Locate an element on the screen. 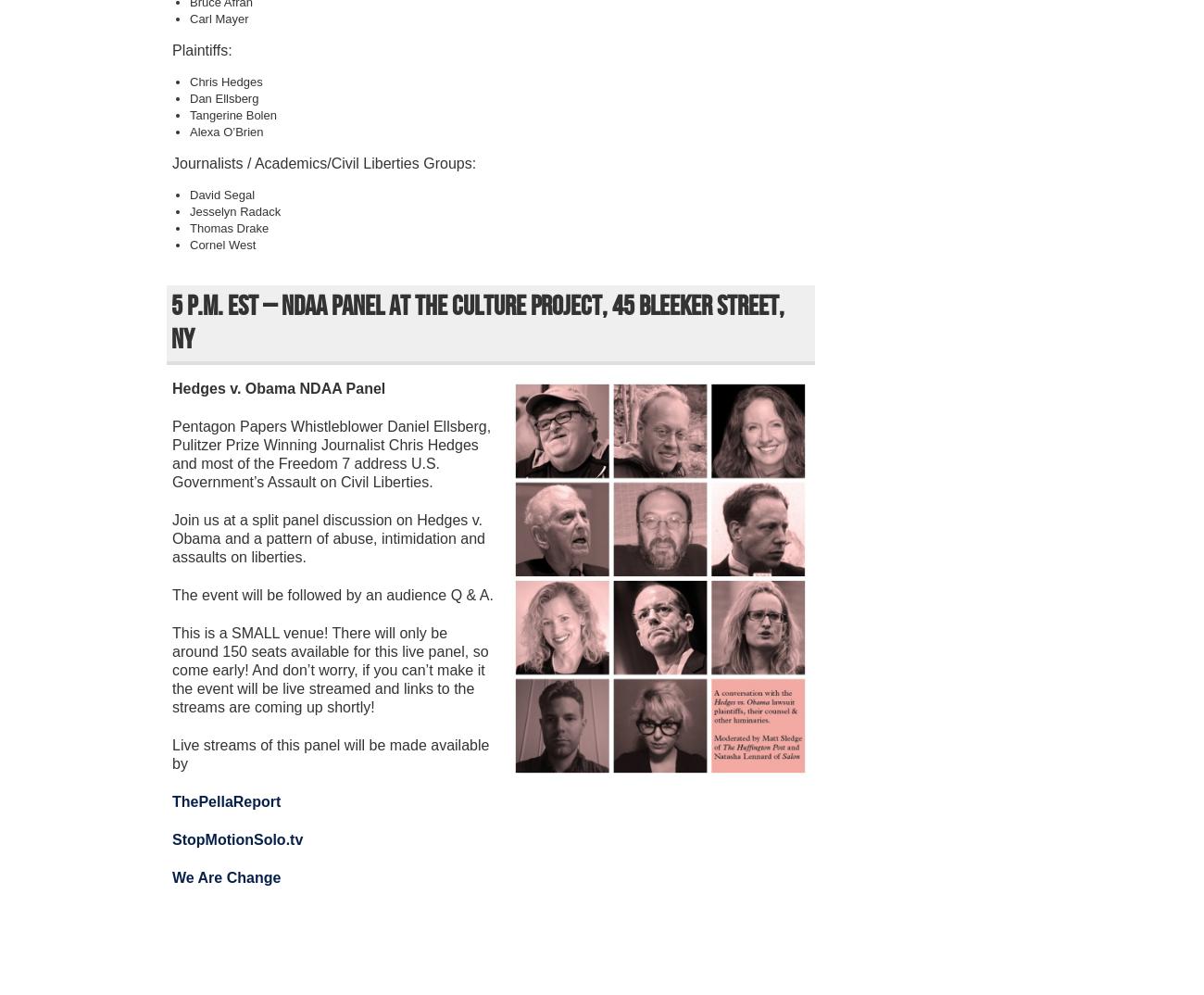  'Live streams of this panel will be made available by' is located at coordinates (329, 754).